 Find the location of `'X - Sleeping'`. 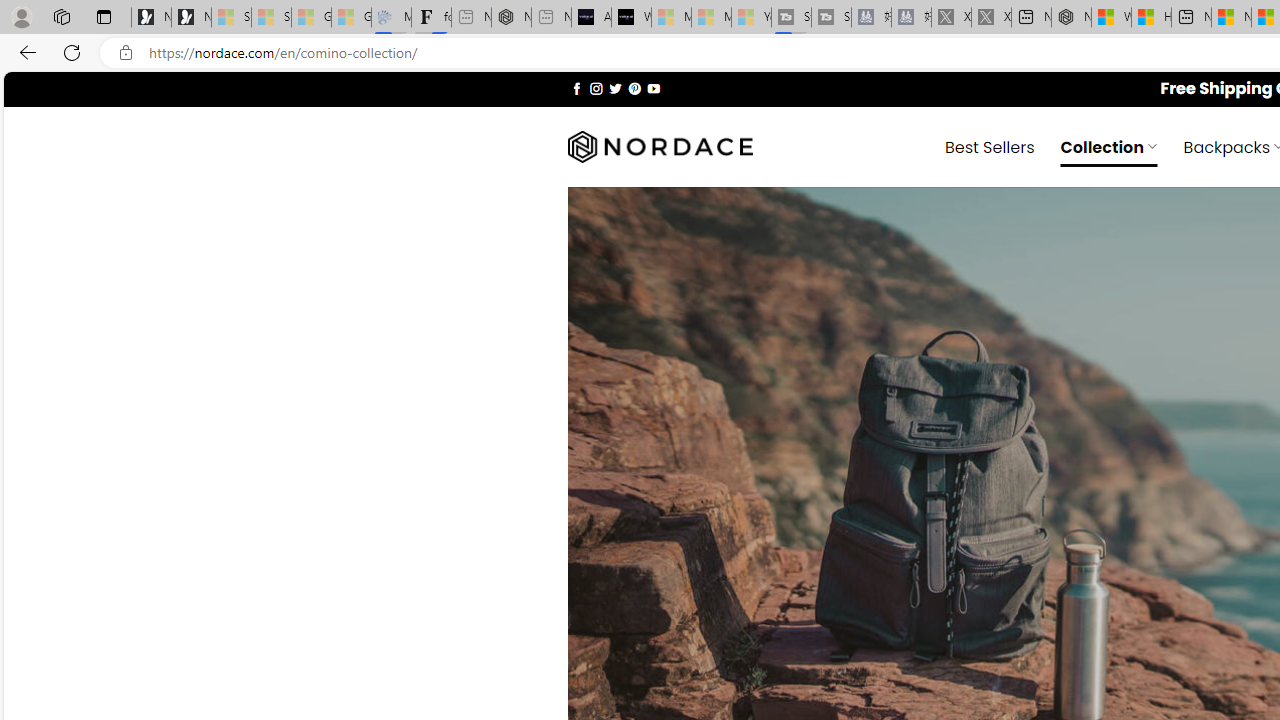

'X - Sleeping' is located at coordinates (991, 17).